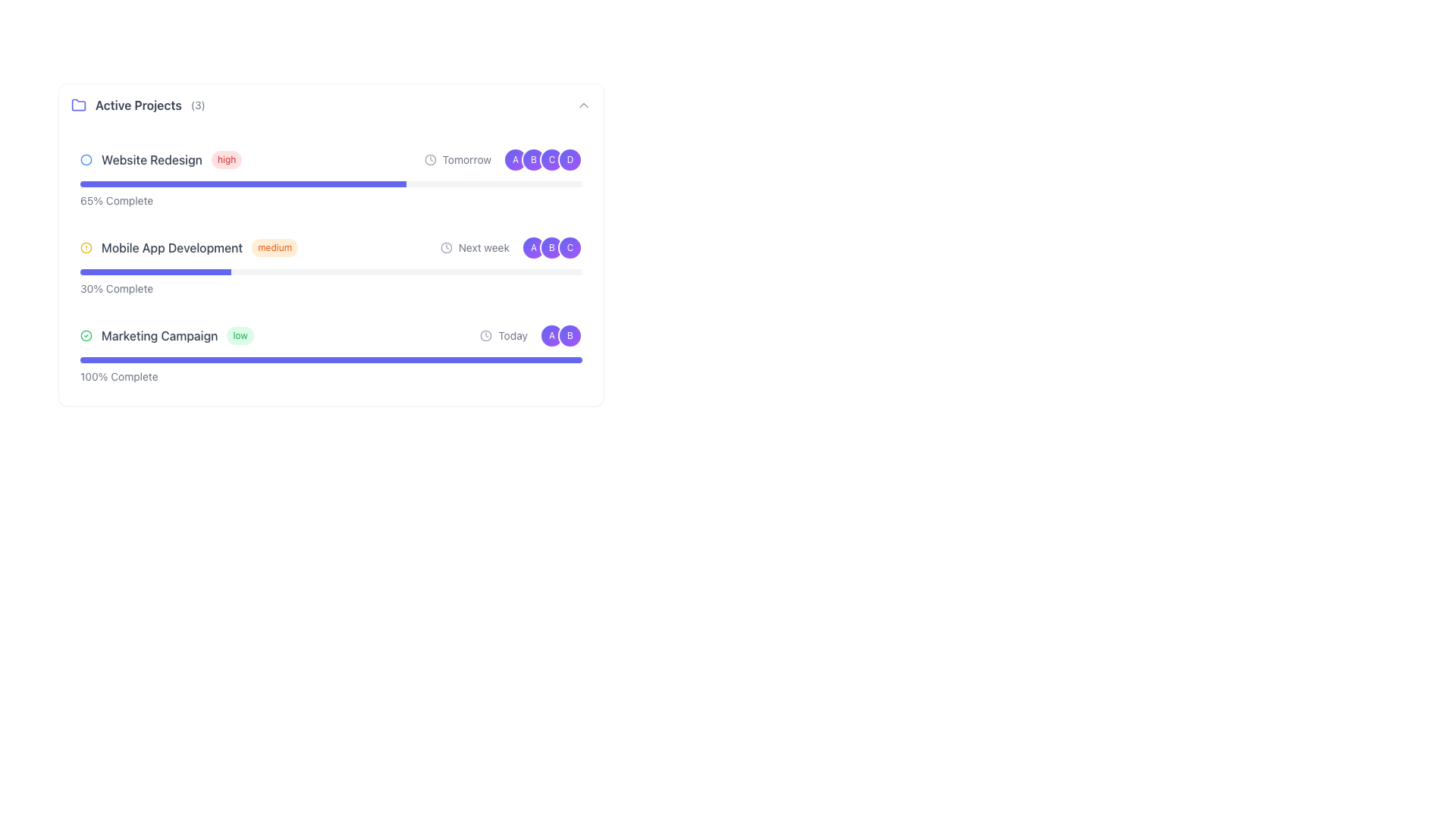 The image size is (1456, 819). I want to click on the circular avatar or icon button representing the user or task associated with the 'Mobile App Development' project, which is the second button in a set of three, located between buttons labeled 'A' and 'C', so click(551, 247).